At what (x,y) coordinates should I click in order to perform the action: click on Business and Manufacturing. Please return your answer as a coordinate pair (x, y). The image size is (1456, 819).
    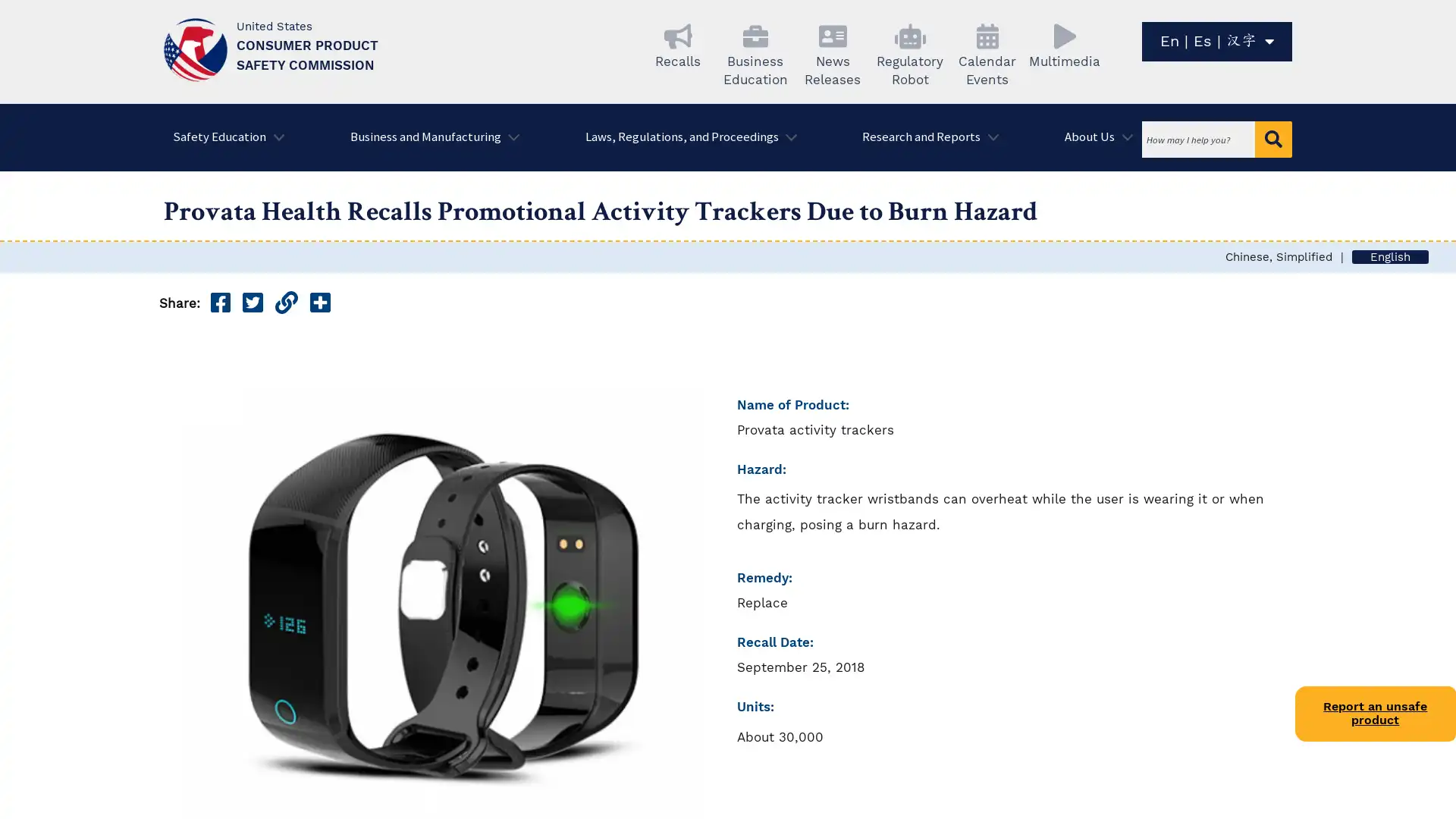
    Looking at the image, I should click on (428, 137).